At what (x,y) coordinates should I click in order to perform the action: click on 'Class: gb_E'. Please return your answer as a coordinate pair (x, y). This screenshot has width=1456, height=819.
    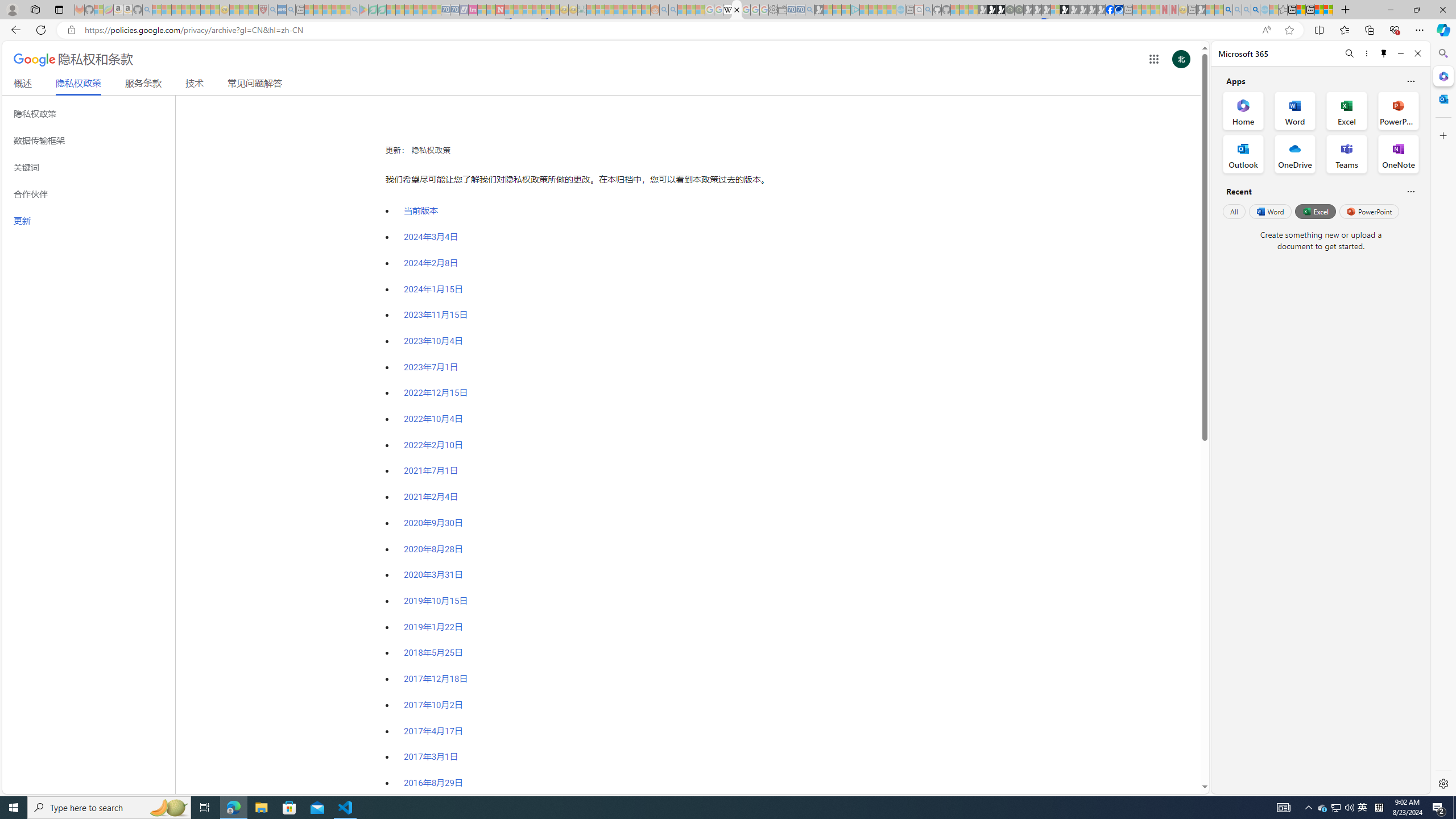
    Looking at the image, I should click on (1153, 59).